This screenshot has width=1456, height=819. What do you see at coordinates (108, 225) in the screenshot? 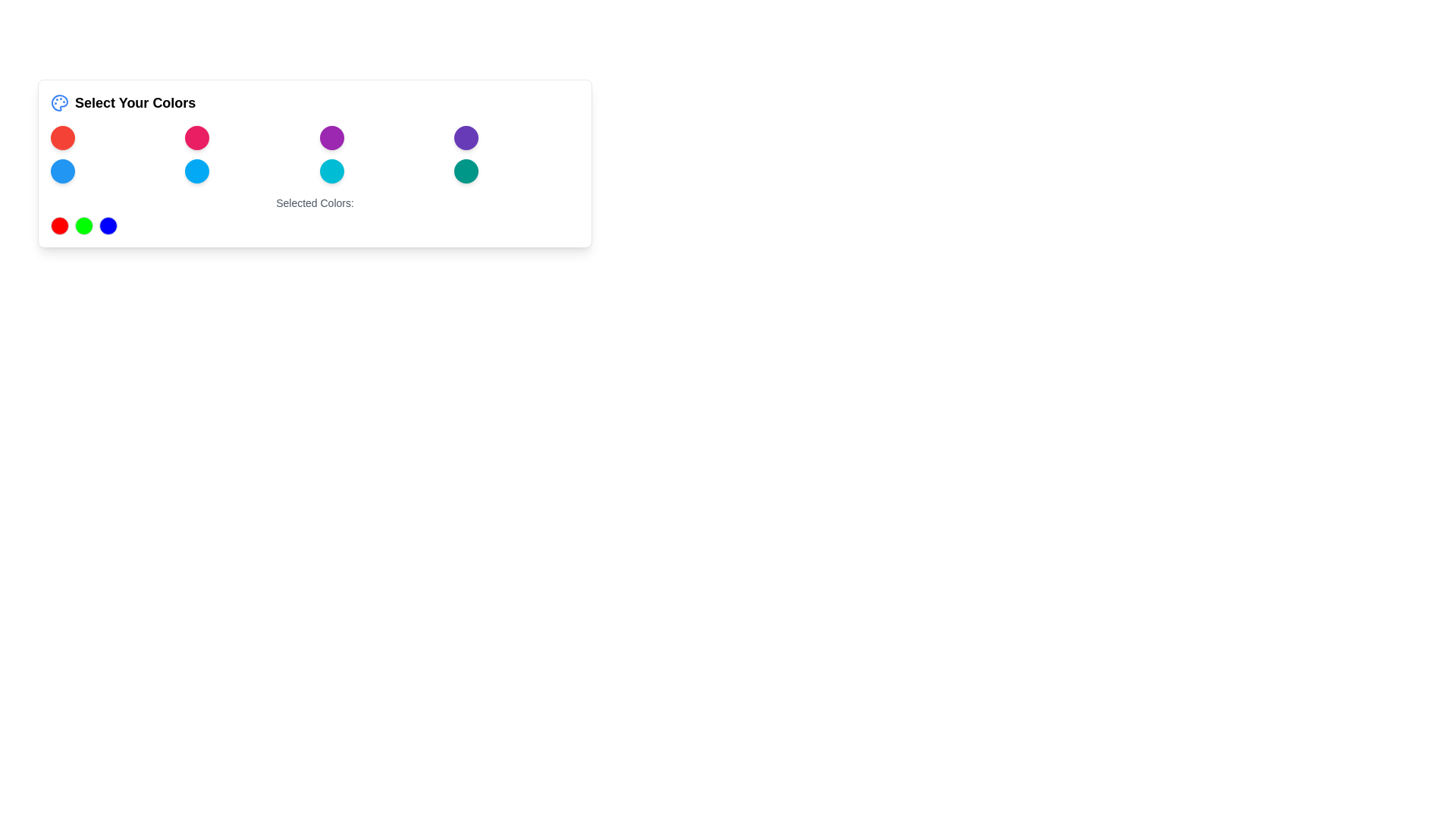
I see `the third button in a horizontal group of three color selector buttons, which is likely used` at bounding box center [108, 225].